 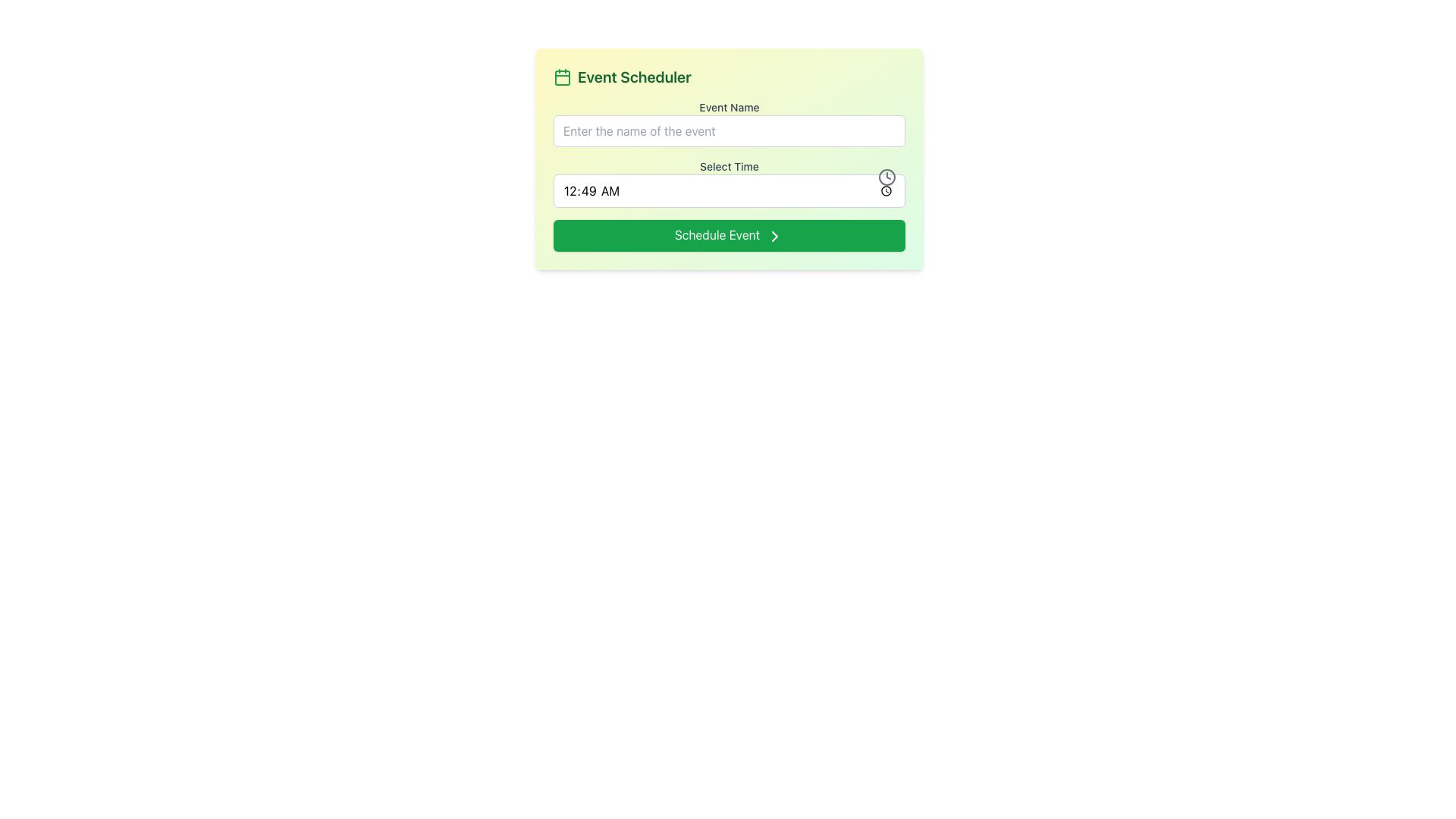 What do you see at coordinates (634, 77) in the screenshot?
I see `the static text label that serves as a title or header for the scheduling events section, positioned centrally in a horizontal layout with a light greenish-yellow background` at bounding box center [634, 77].